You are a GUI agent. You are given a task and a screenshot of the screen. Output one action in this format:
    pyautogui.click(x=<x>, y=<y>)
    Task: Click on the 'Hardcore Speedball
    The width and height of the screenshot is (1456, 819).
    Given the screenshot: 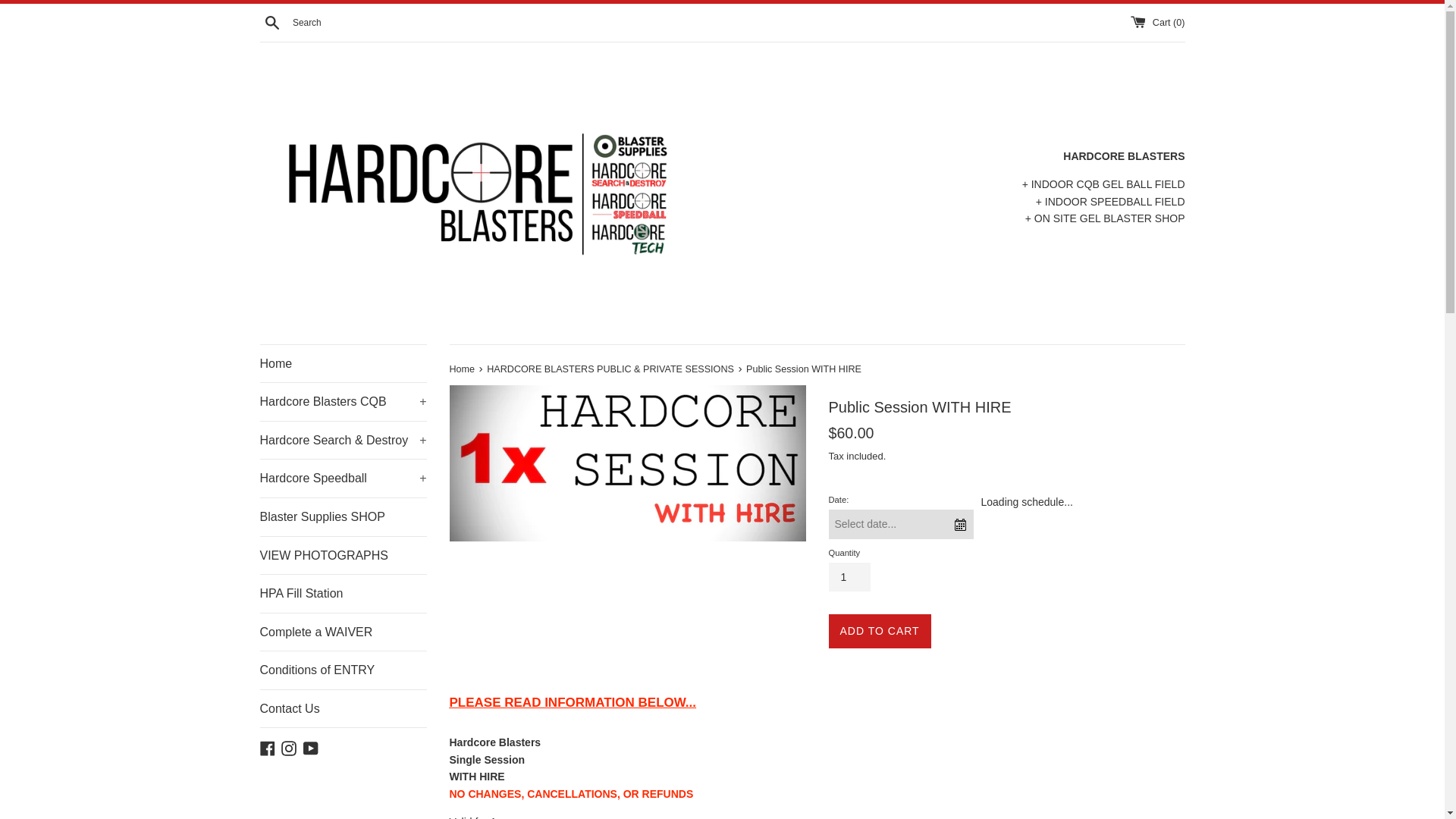 What is the action you would take?
    pyautogui.click(x=259, y=479)
    